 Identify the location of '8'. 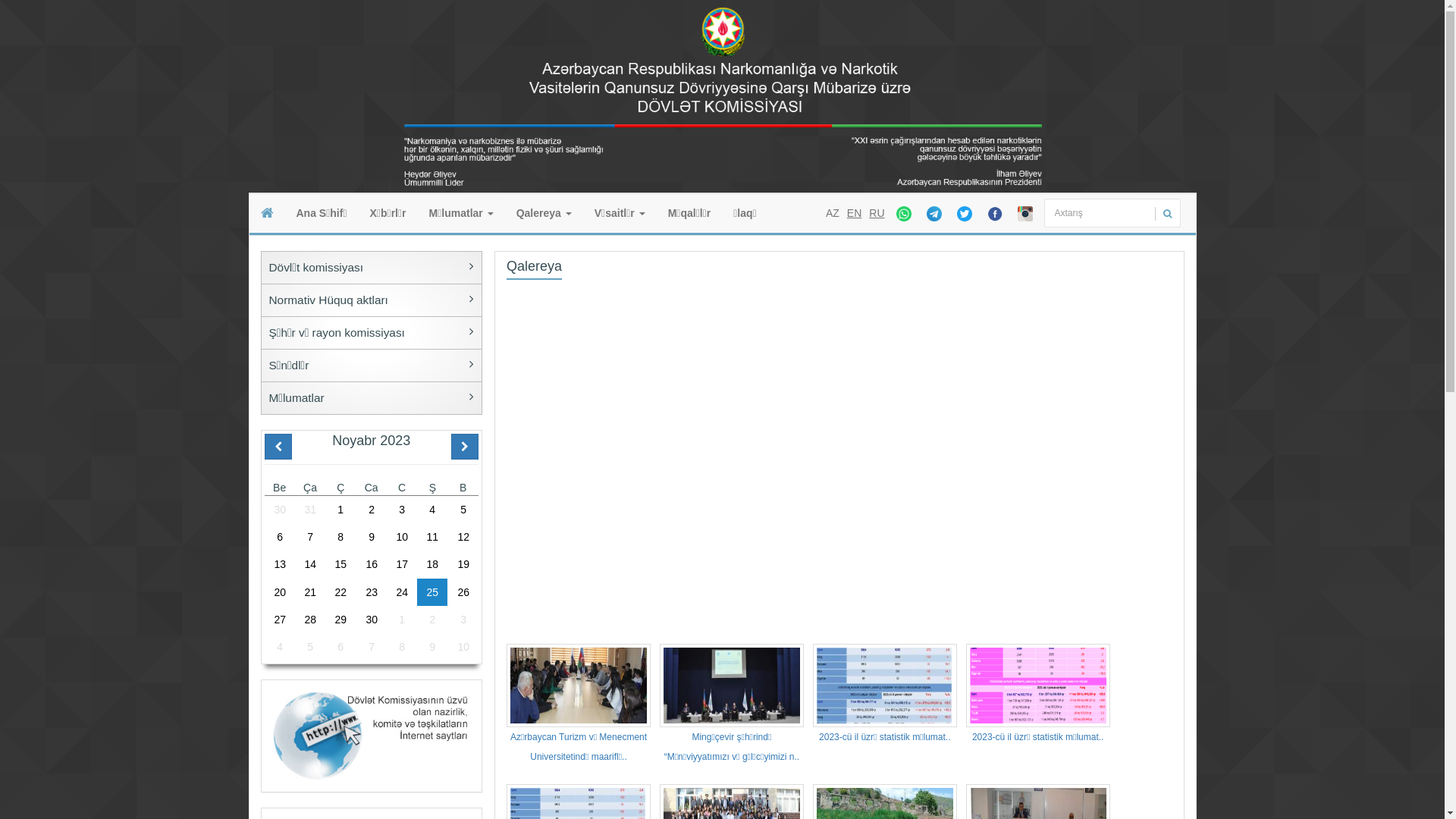
(340, 536).